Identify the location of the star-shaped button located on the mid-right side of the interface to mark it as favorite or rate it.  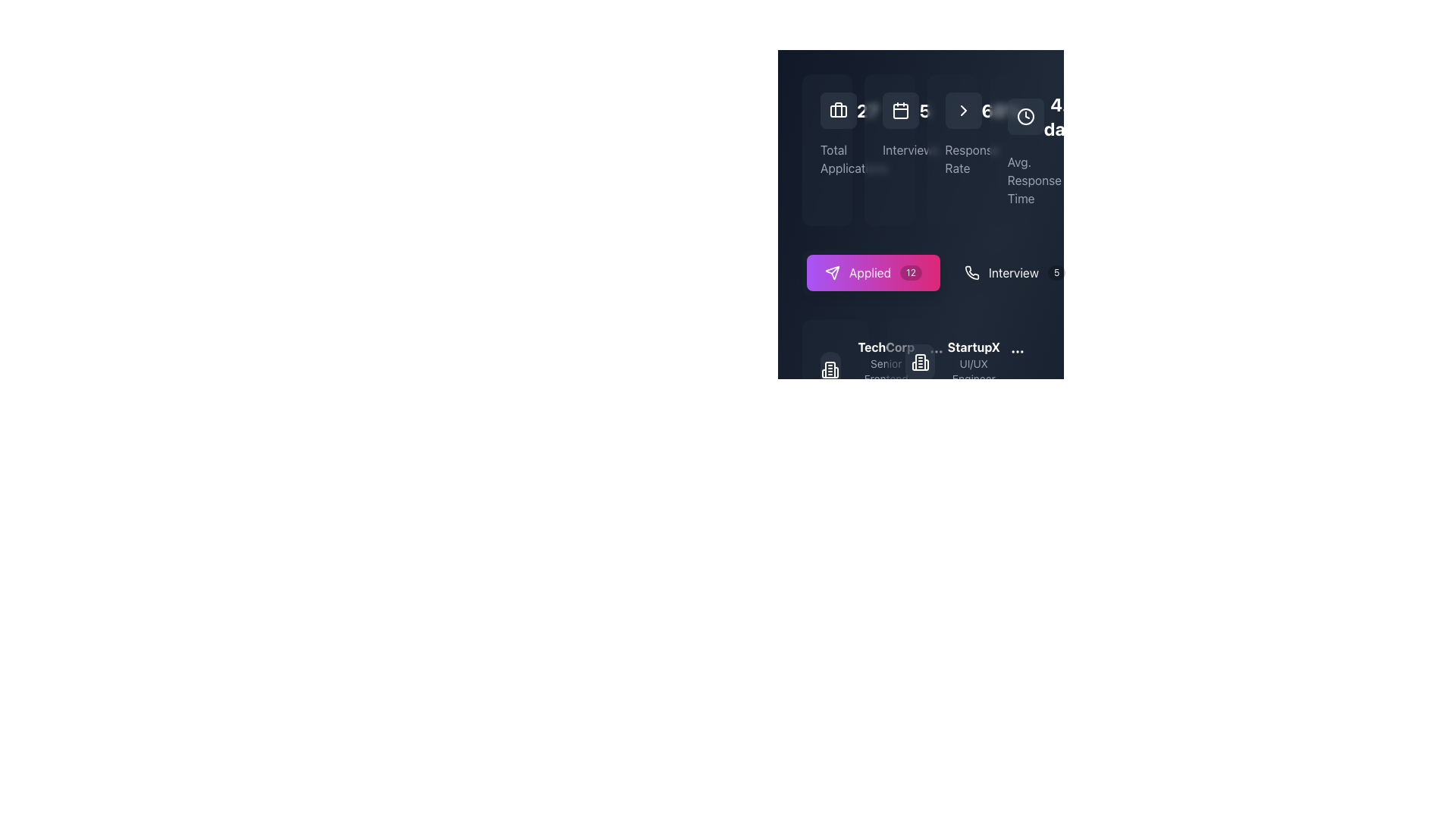
(867, 566).